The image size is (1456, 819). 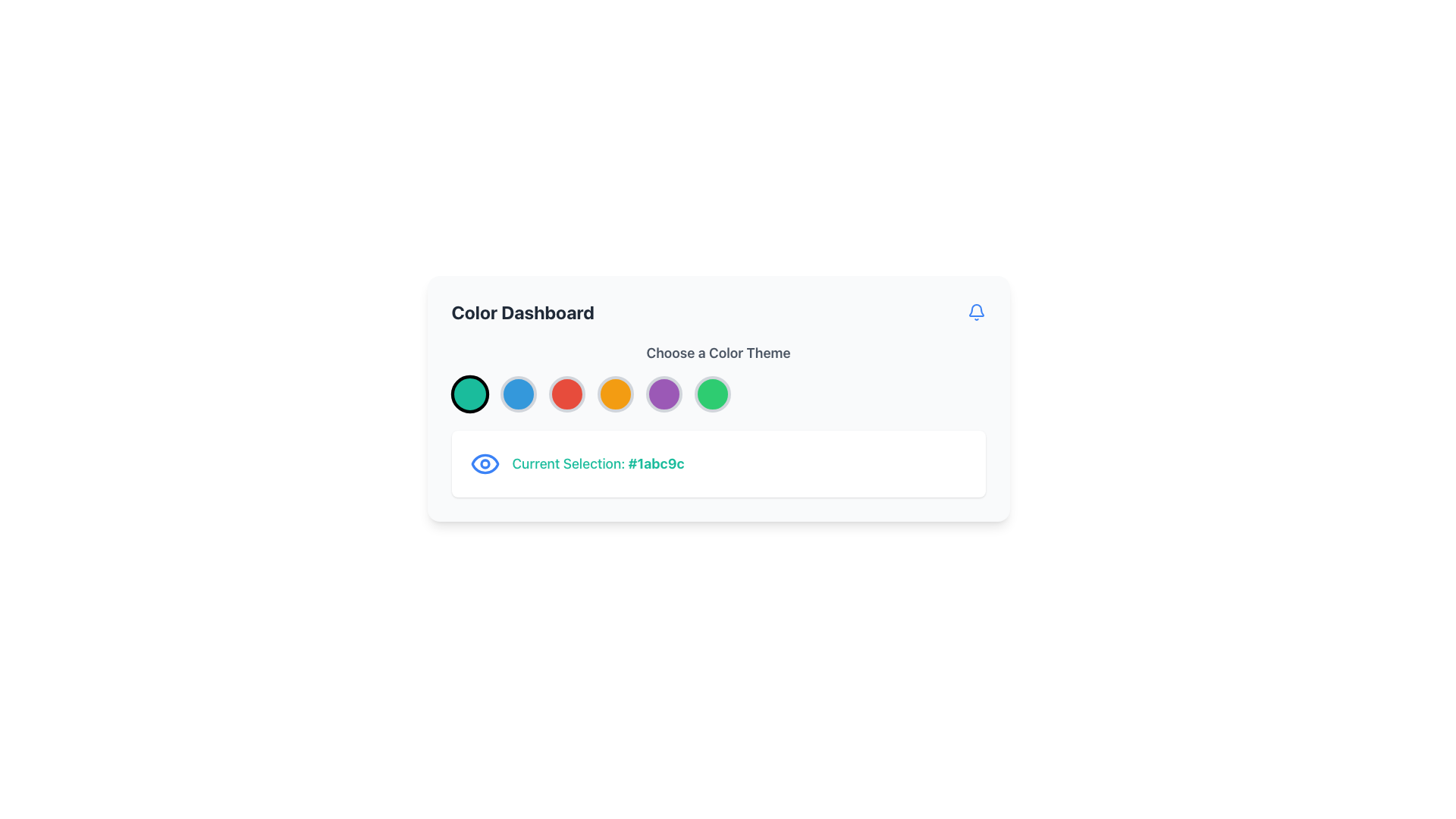 I want to click on the sixth circular button in the 'Choose a Color Theme' section, so click(x=711, y=394).